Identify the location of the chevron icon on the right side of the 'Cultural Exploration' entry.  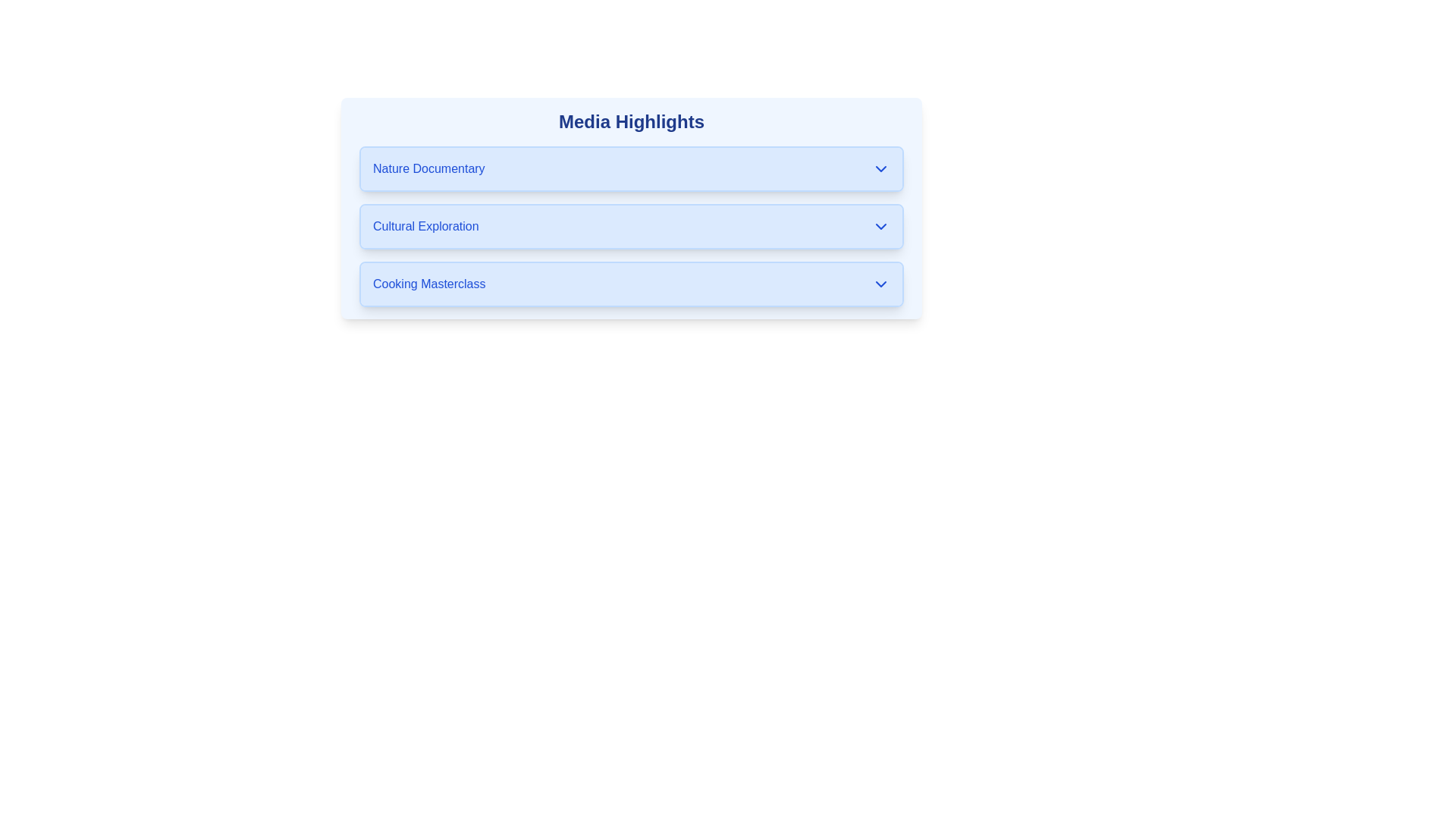
(880, 227).